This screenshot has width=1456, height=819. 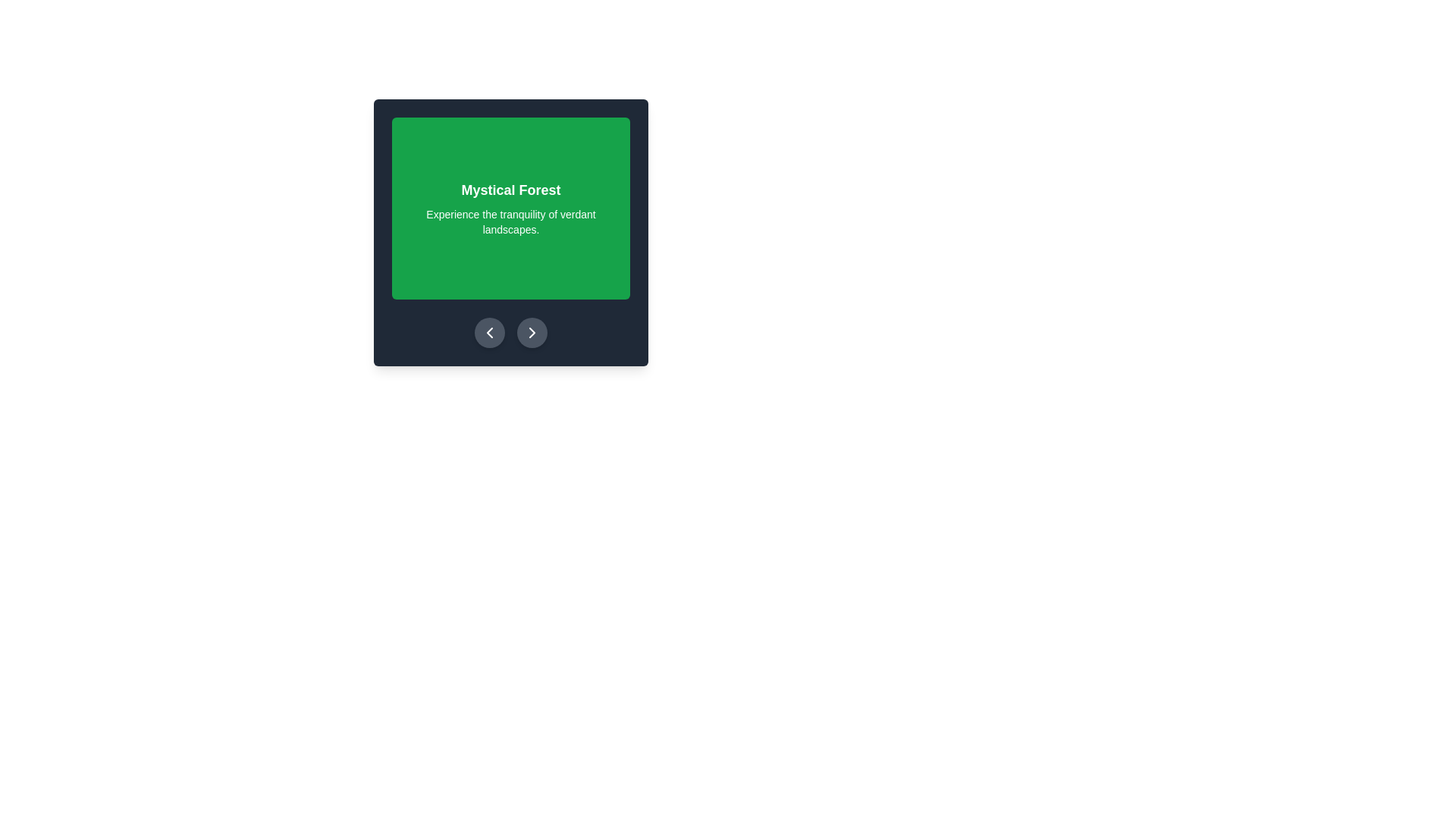 I want to click on the 'Mystical Forest' text block, which features a large, bold title and a smaller descriptive line on a green rectangular background, so click(x=510, y=208).